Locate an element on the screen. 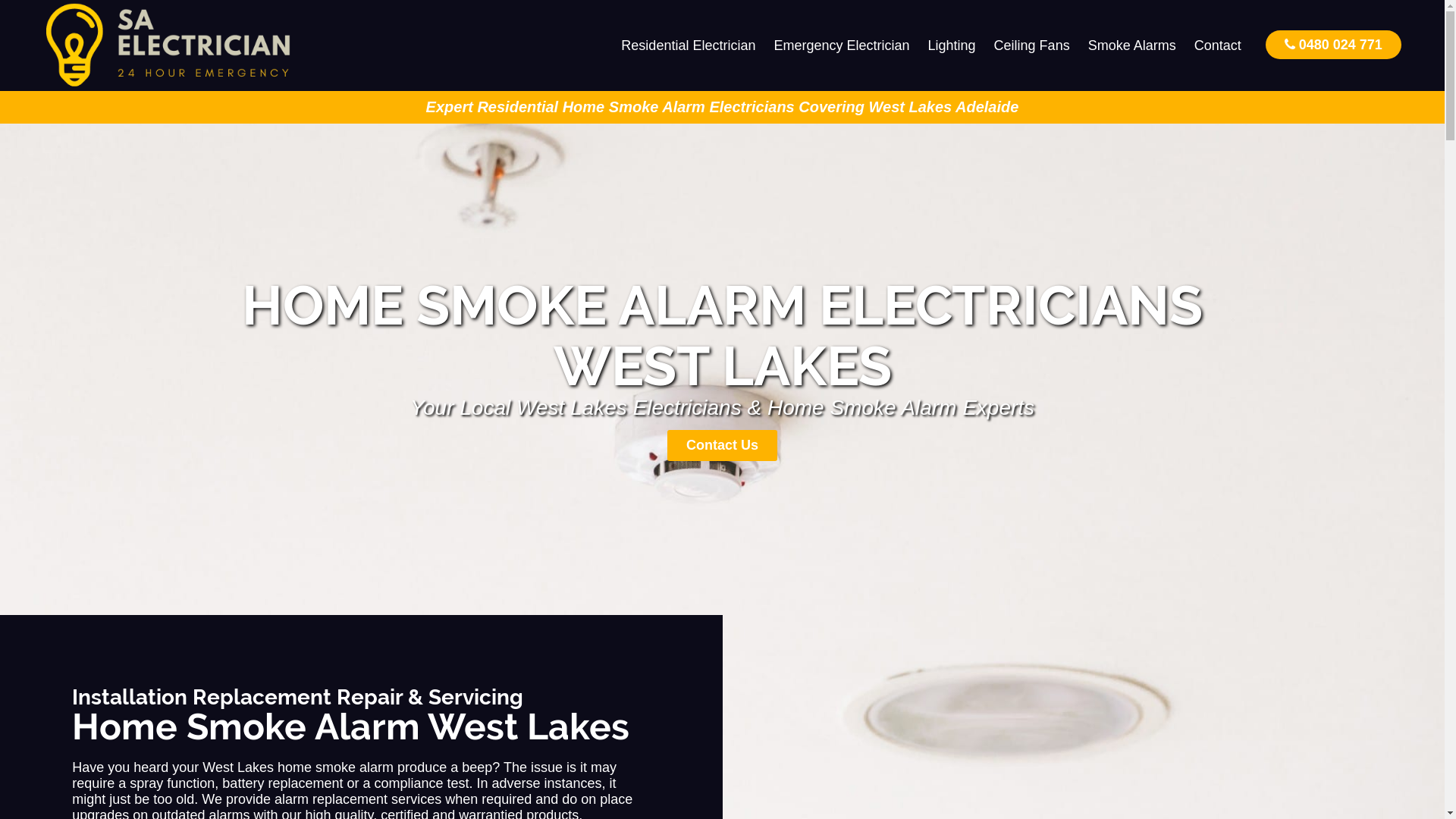  'Smoke Alarms' is located at coordinates (1131, 45).